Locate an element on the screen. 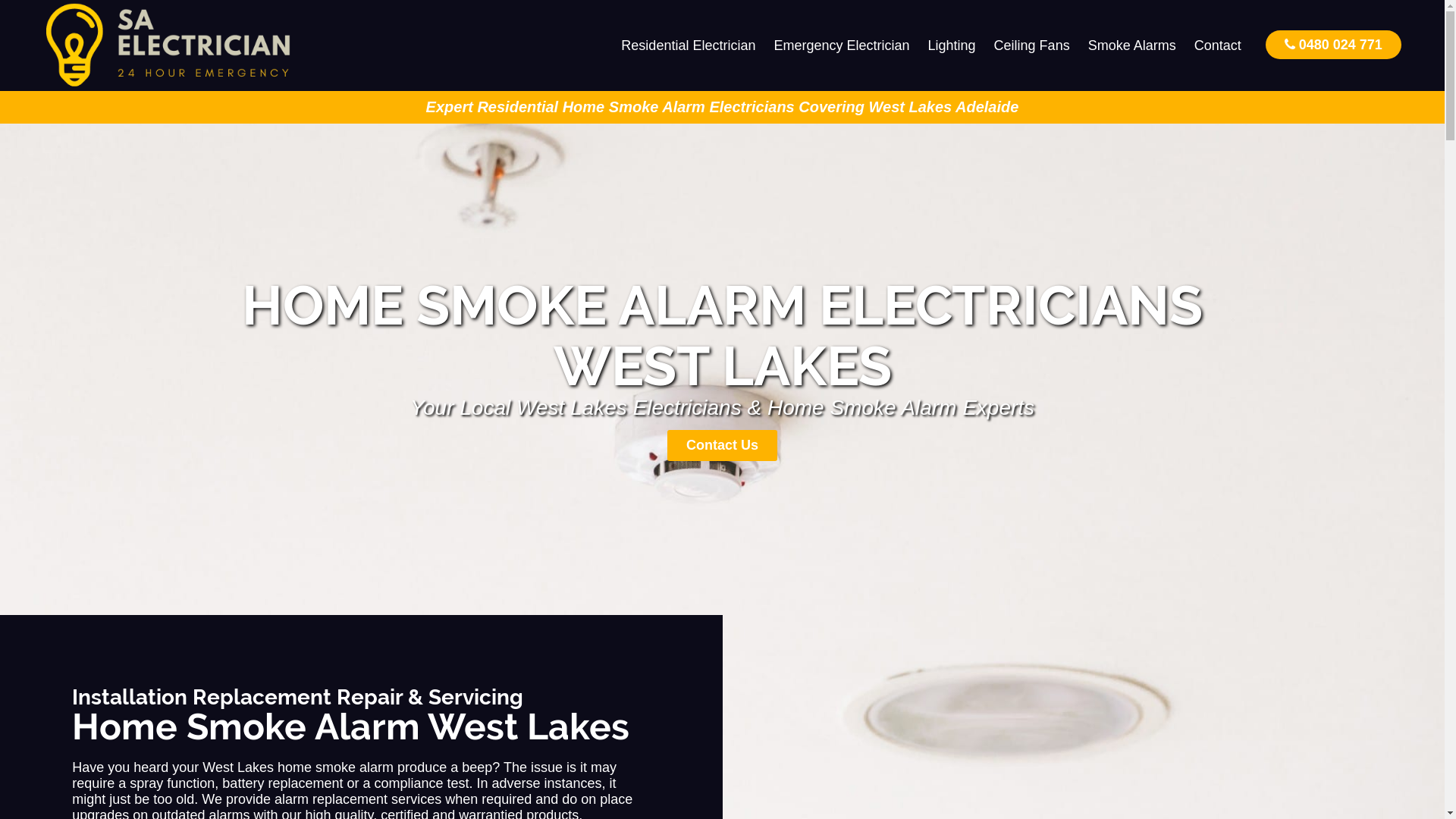  'Smoke Alarms' is located at coordinates (1131, 45).